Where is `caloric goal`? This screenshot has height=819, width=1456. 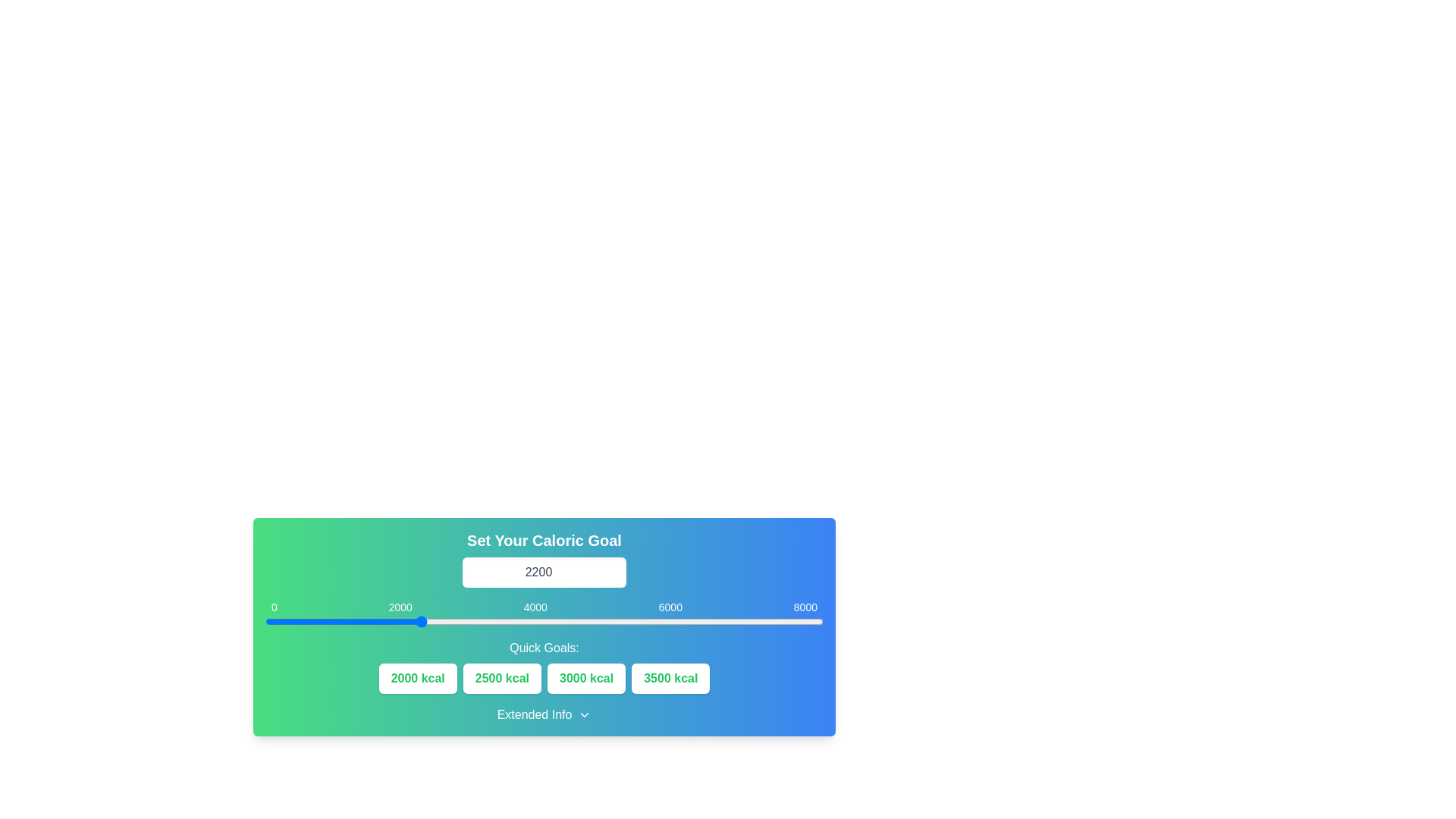
caloric goal is located at coordinates (479, 622).